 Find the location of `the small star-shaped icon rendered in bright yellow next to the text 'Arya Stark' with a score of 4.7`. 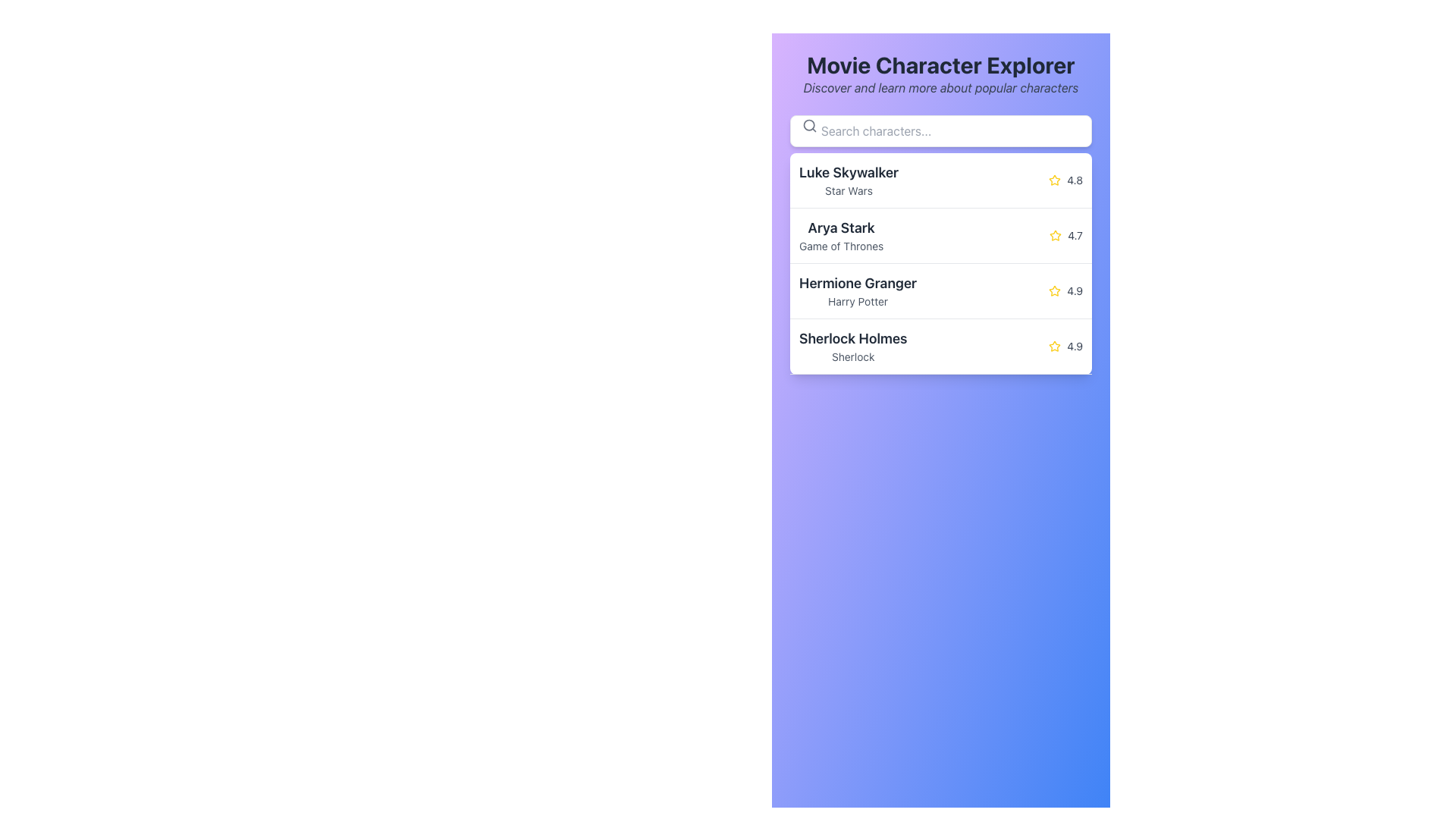

the small star-shaped icon rendered in bright yellow next to the text 'Arya Stark' with a score of 4.7 is located at coordinates (1055, 235).